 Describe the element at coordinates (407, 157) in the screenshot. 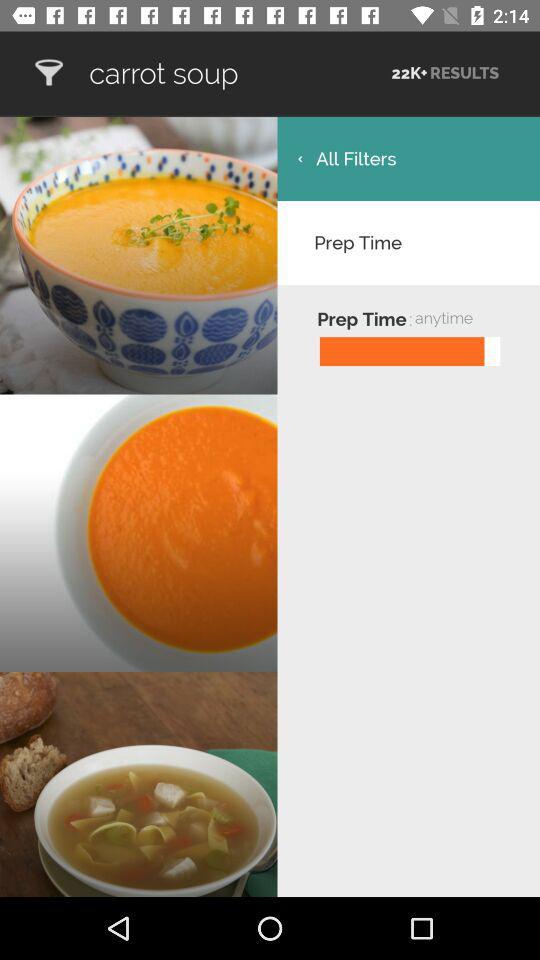

I see `the icon above the prep time item` at that location.